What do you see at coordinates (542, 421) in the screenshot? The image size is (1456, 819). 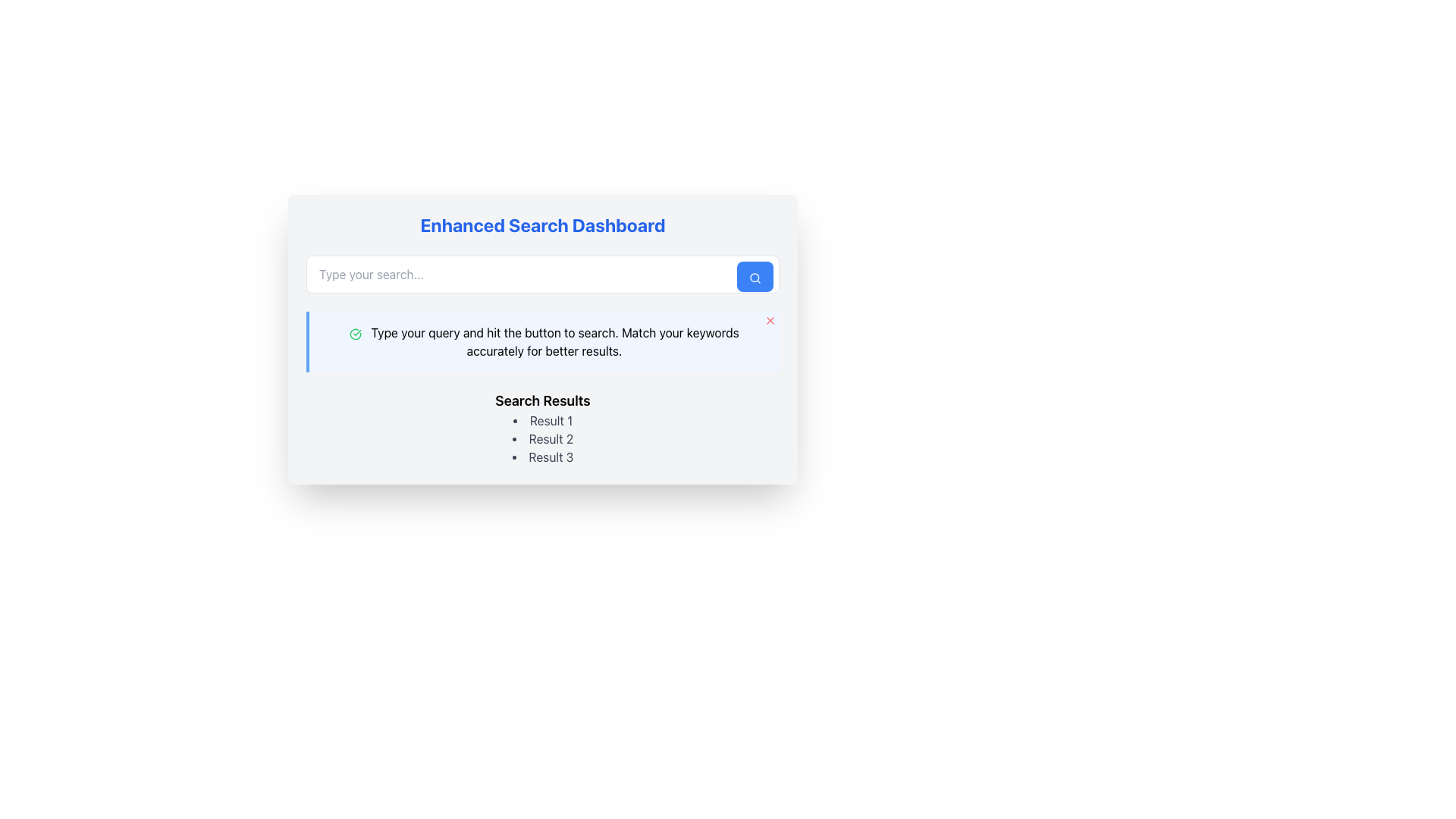 I see `the first search result label in the bulleted list` at bounding box center [542, 421].